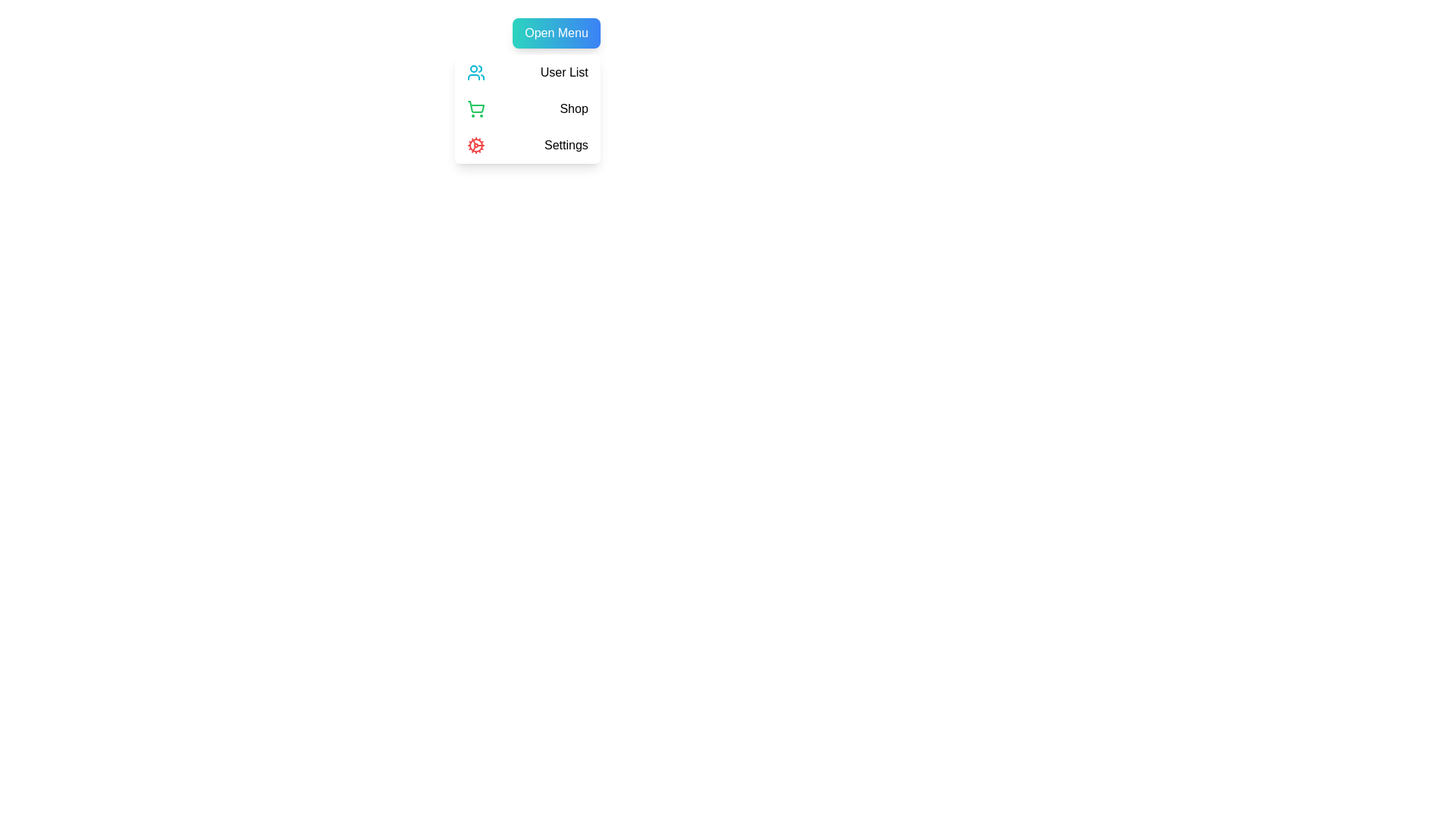 Image resolution: width=1456 pixels, height=819 pixels. What do you see at coordinates (527, 73) in the screenshot?
I see `the 'User List' option in the menu` at bounding box center [527, 73].